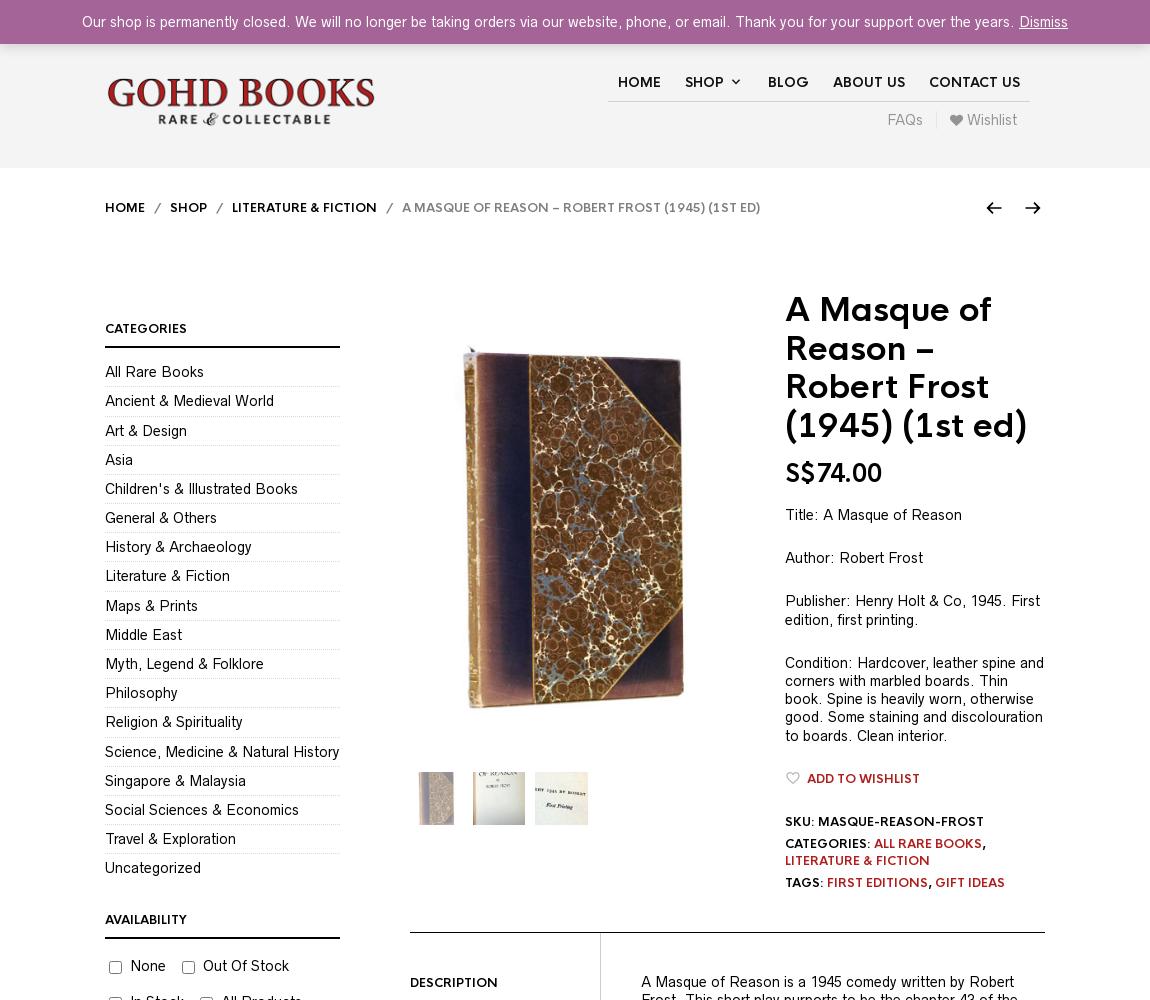  I want to click on 'Wishlist', so click(990, 119).